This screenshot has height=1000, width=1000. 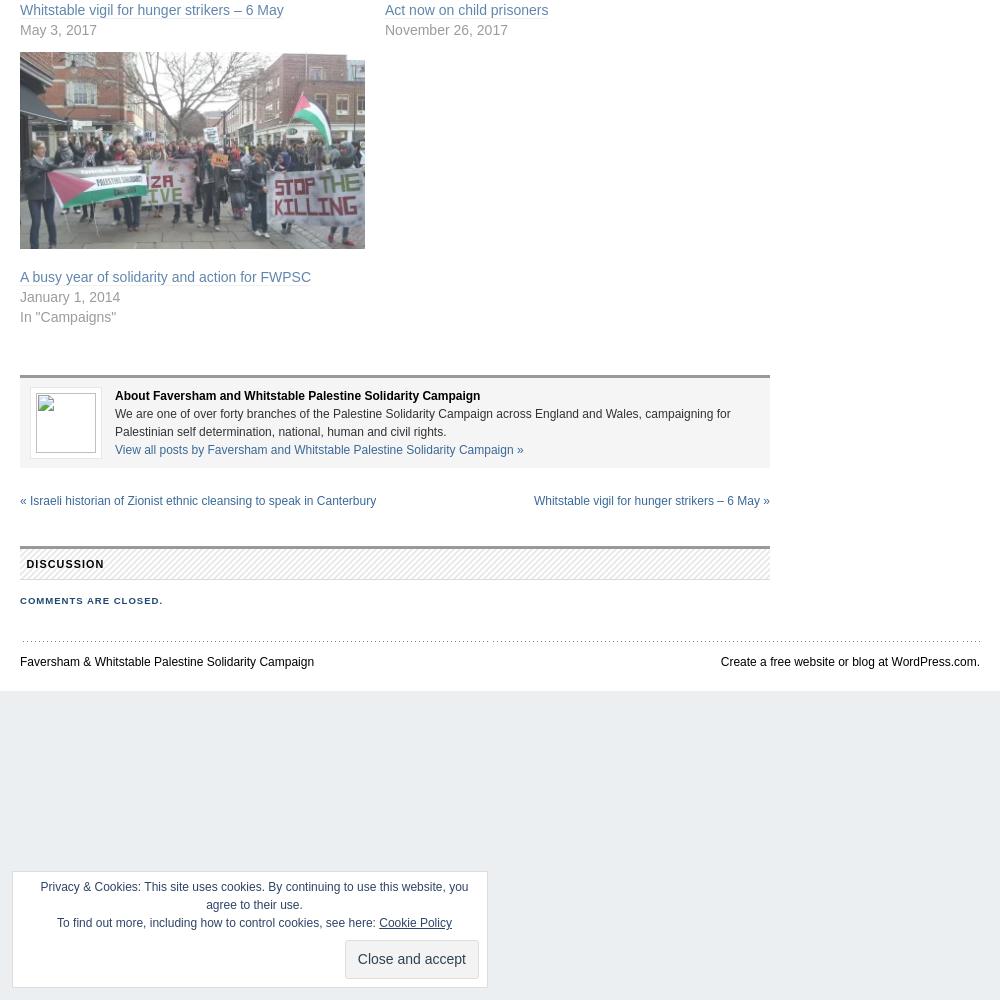 I want to click on 'Discussion', so click(x=64, y=563).